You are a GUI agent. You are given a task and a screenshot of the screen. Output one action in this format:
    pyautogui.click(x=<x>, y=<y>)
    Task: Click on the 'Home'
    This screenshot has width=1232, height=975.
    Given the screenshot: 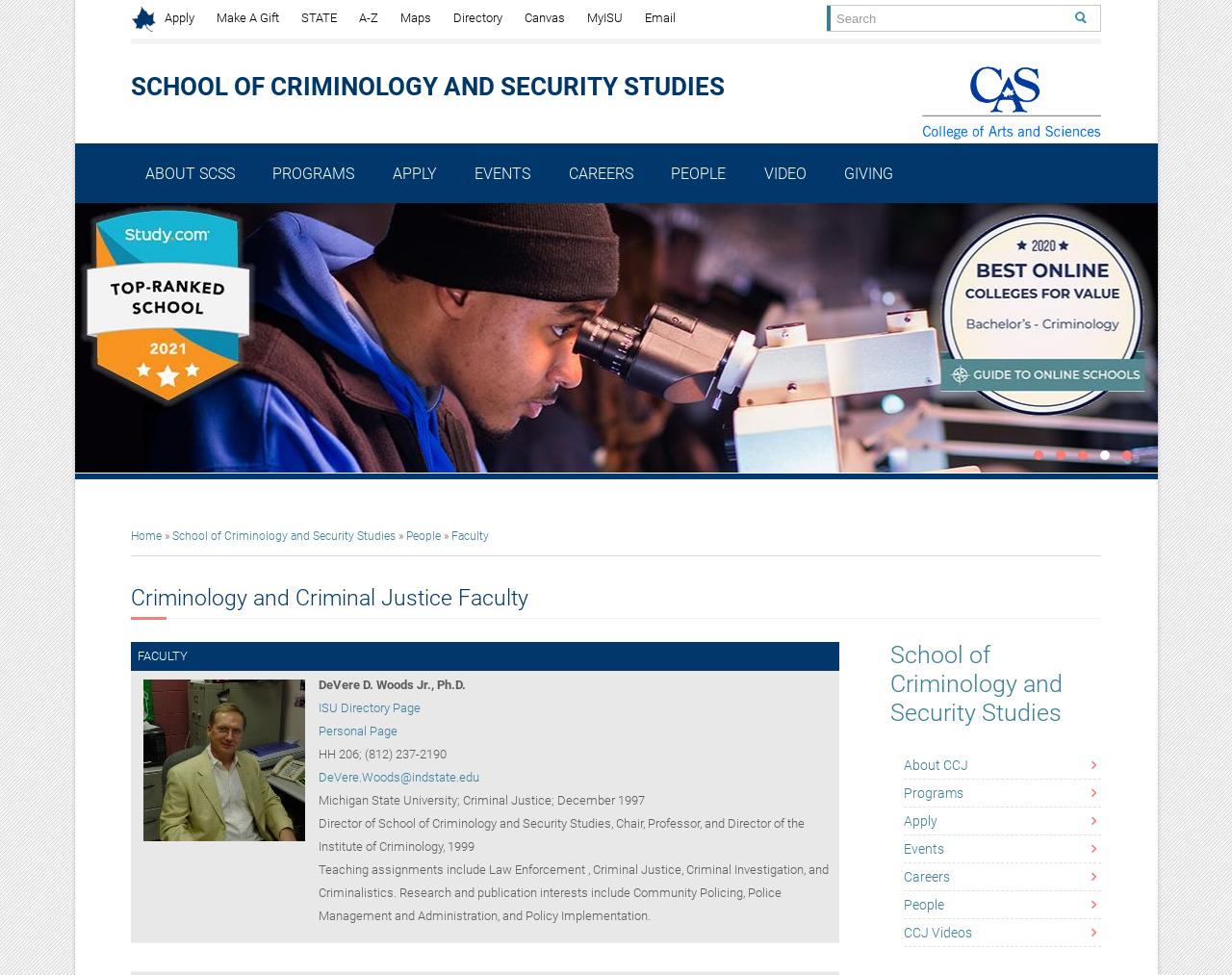 What is the action you would take?
    pyautogui.click(x=144, y=536)
    